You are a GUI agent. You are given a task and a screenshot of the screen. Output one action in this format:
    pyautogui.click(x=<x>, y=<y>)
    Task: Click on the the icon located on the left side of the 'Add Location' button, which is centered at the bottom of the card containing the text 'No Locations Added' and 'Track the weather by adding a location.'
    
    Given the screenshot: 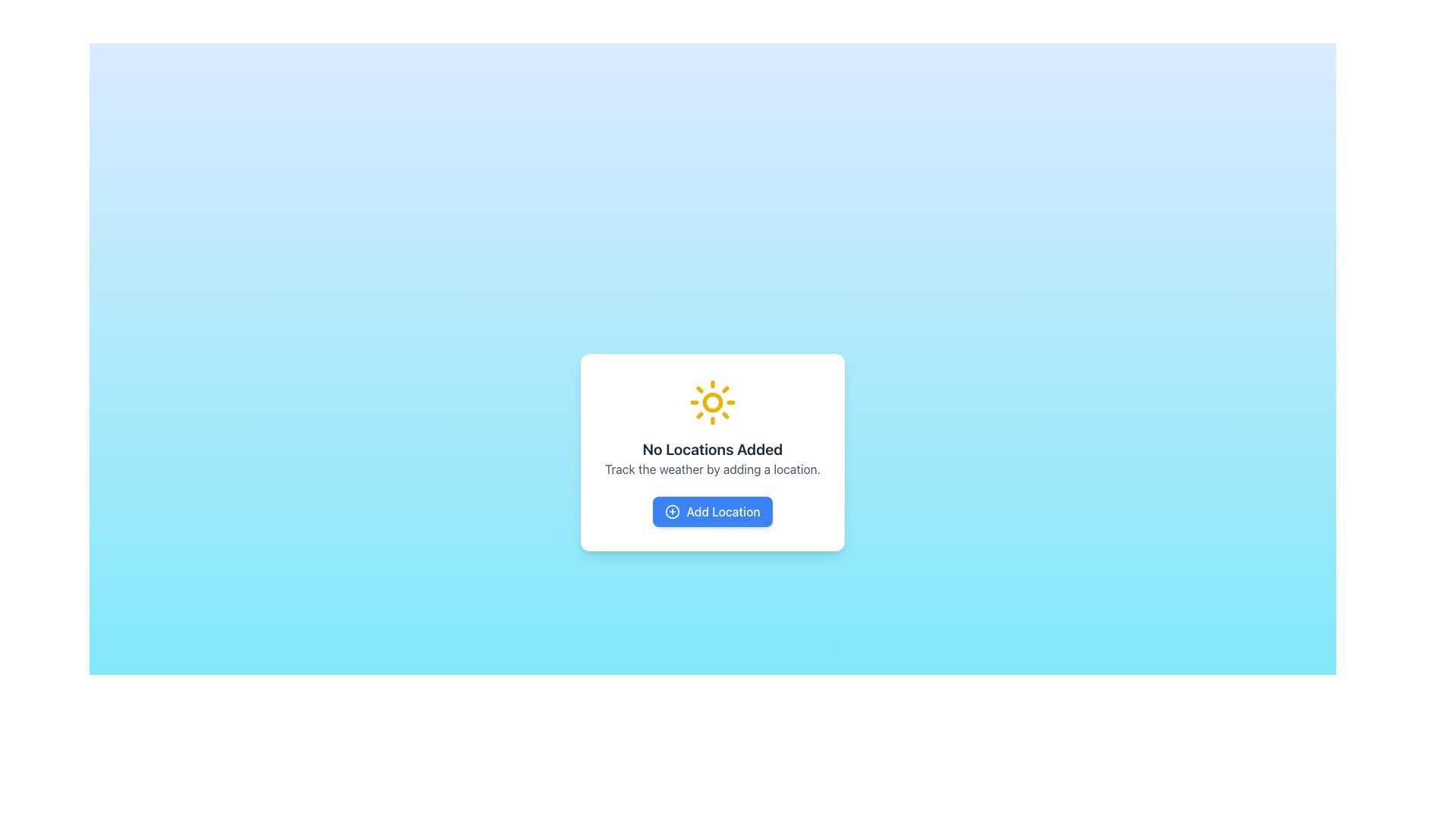 What is the action you would take?
    pyautogui.click(x=672, y=512)
    